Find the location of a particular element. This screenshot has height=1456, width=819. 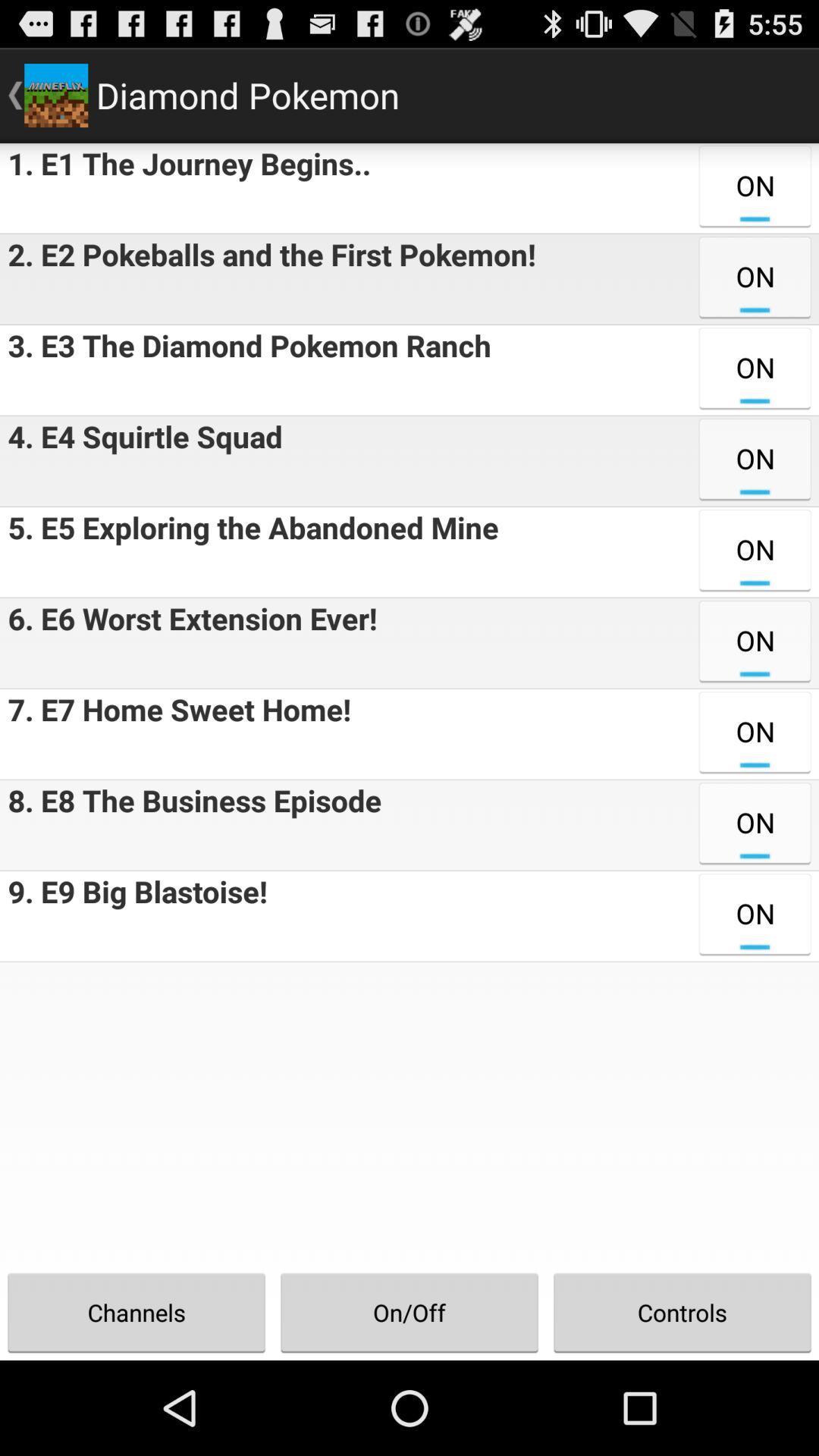

the app above the 4 e4 squirtle app is located at coordinates (245, 370).